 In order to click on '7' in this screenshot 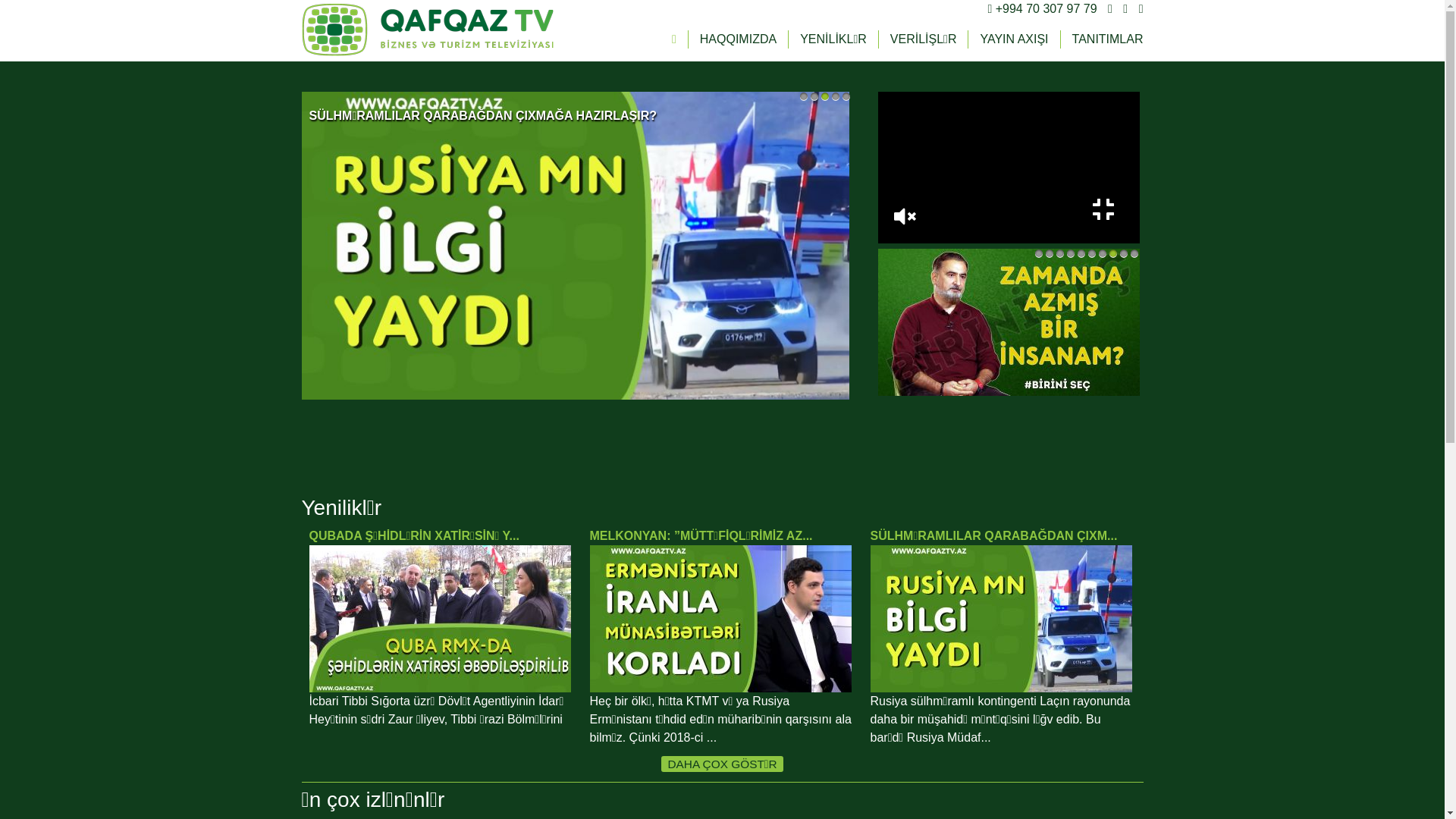, I will do `click(1103, 253)`.